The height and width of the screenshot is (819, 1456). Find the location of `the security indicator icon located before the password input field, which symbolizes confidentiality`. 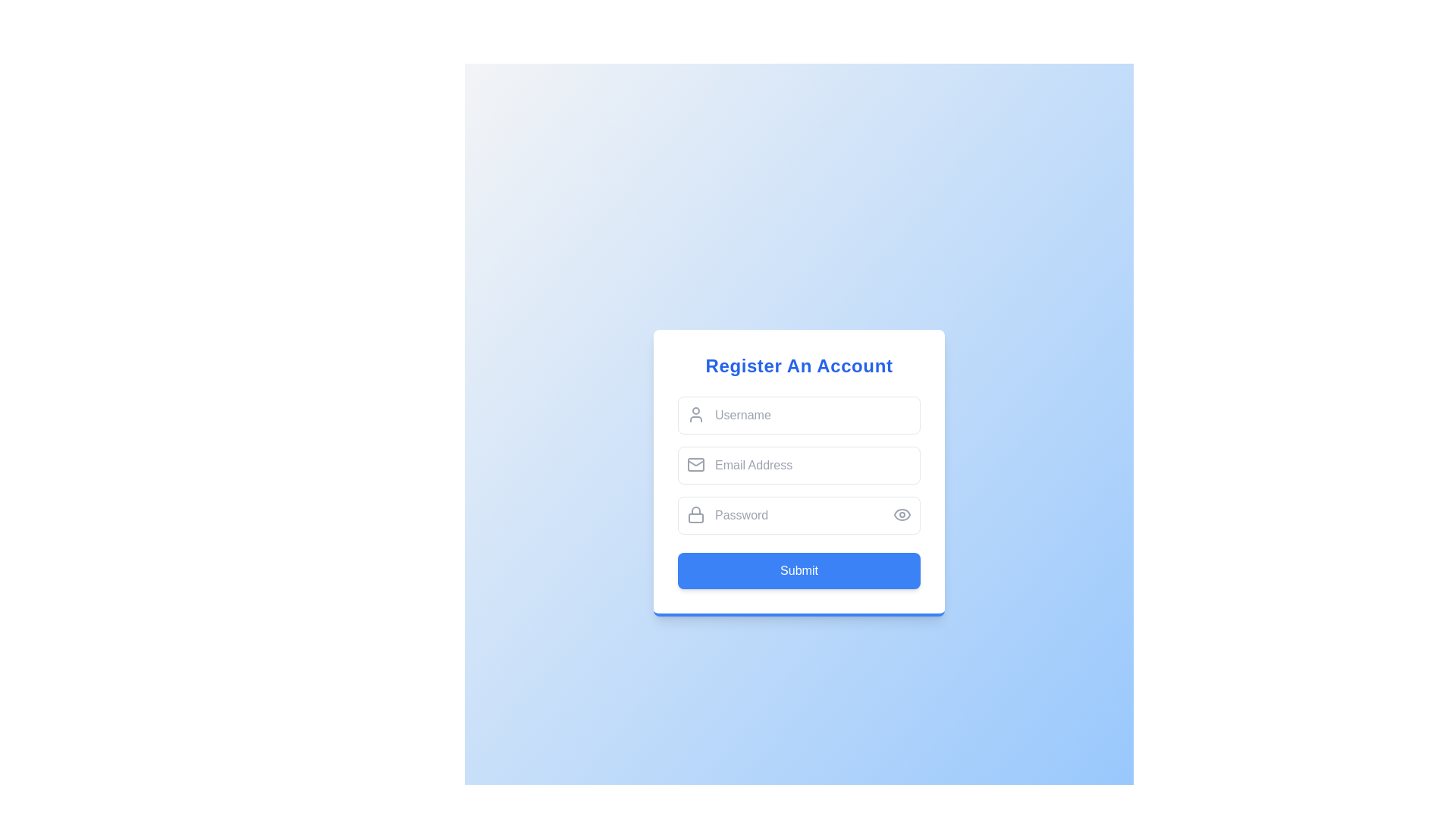

the security indicator icon located before the password input field, which symbolizes confidentiality is located at coordinates (695, 513).